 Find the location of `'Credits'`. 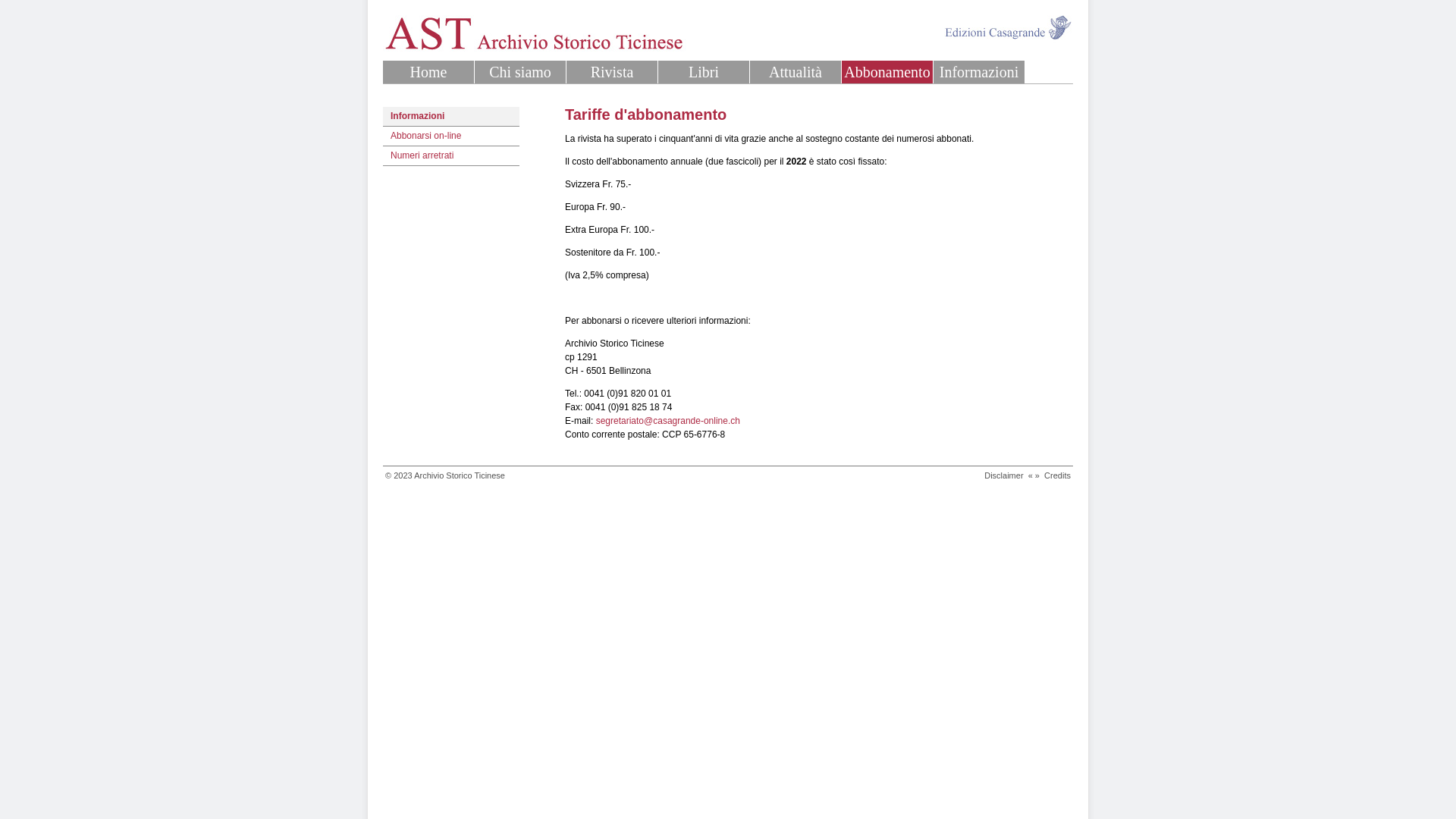

'Credits' is located at coordinates (1056, 475).